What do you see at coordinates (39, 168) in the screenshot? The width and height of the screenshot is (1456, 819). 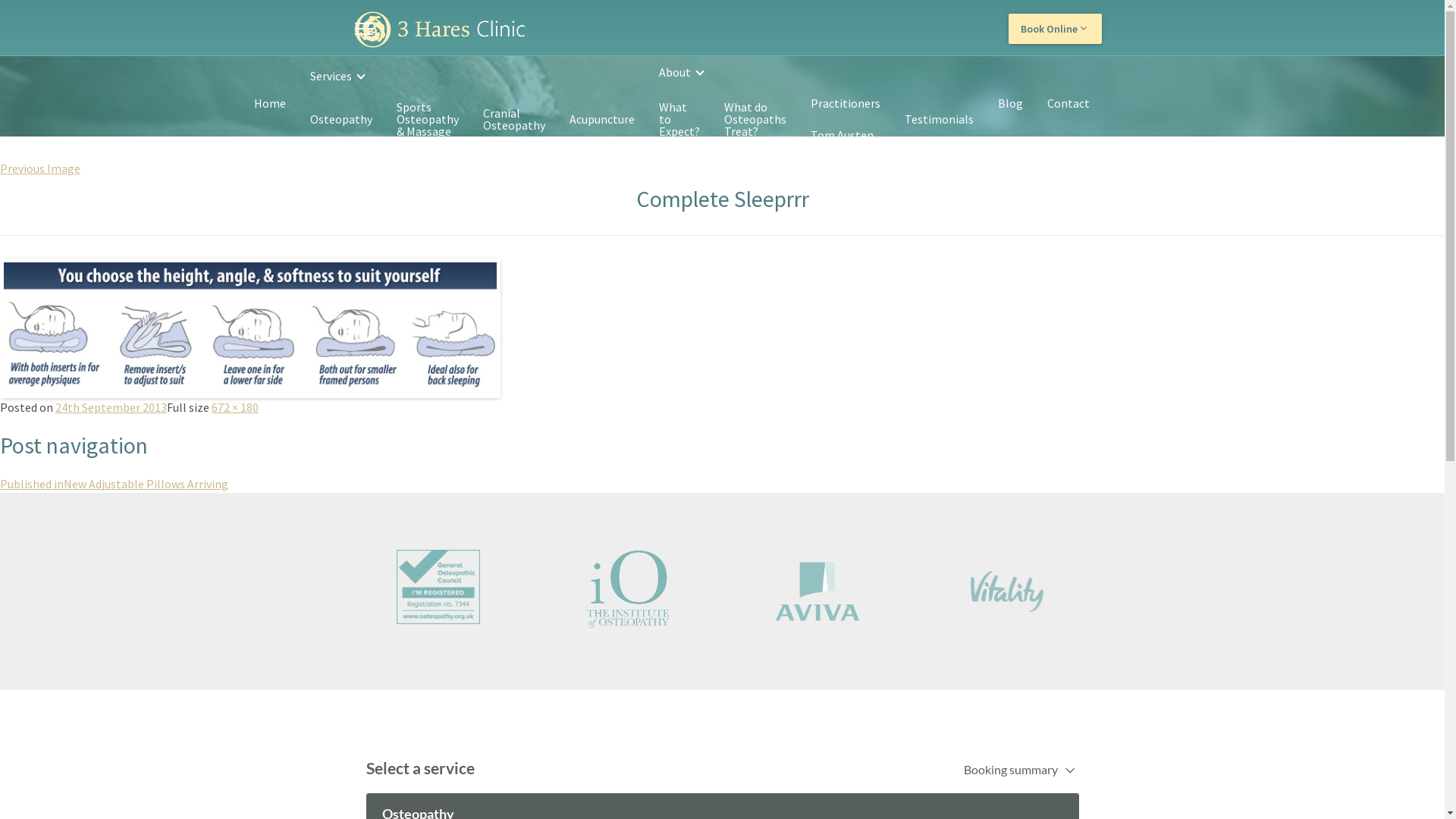 I see `'Previous Image'` at bounding box center [39, 168].